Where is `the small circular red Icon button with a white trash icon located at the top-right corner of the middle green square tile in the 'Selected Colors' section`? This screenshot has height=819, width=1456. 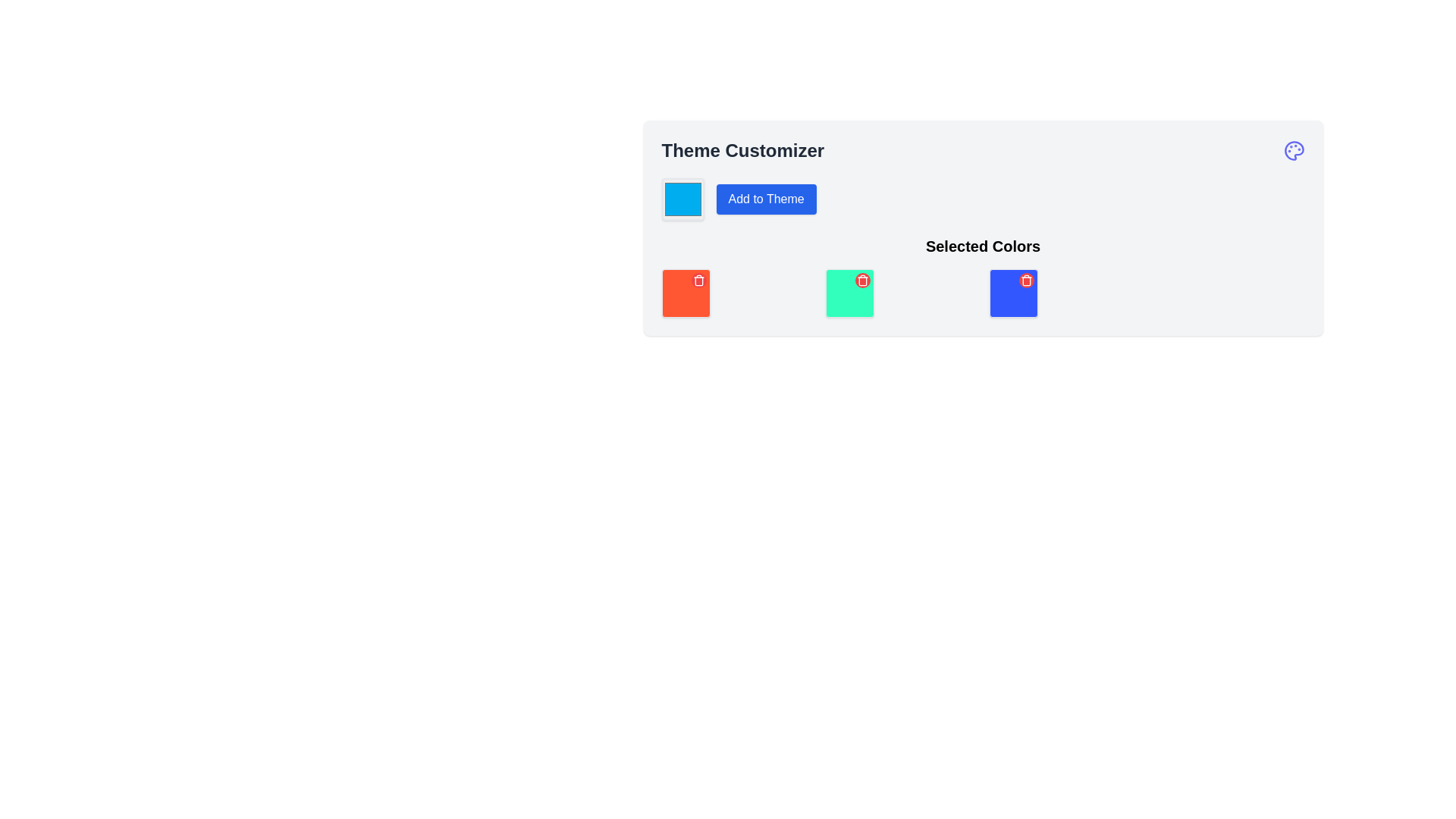
the small circular red Icon button with a white trash icon located at the top-right corner of the middle green square tile in the 'Selected Colors' section is located at coordinates (862, 281).